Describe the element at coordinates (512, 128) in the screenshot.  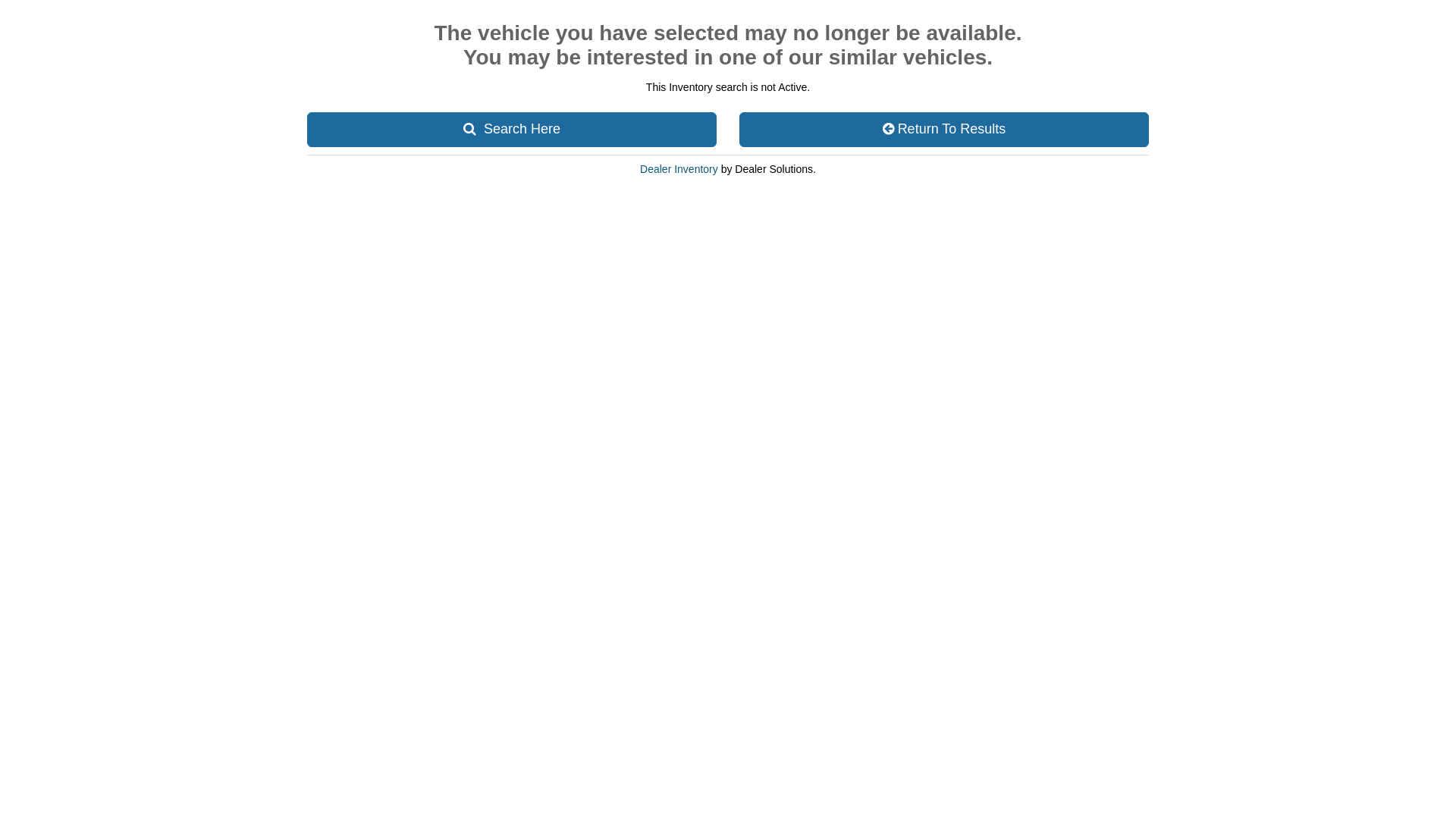
I see `'Search Here'` at that location.